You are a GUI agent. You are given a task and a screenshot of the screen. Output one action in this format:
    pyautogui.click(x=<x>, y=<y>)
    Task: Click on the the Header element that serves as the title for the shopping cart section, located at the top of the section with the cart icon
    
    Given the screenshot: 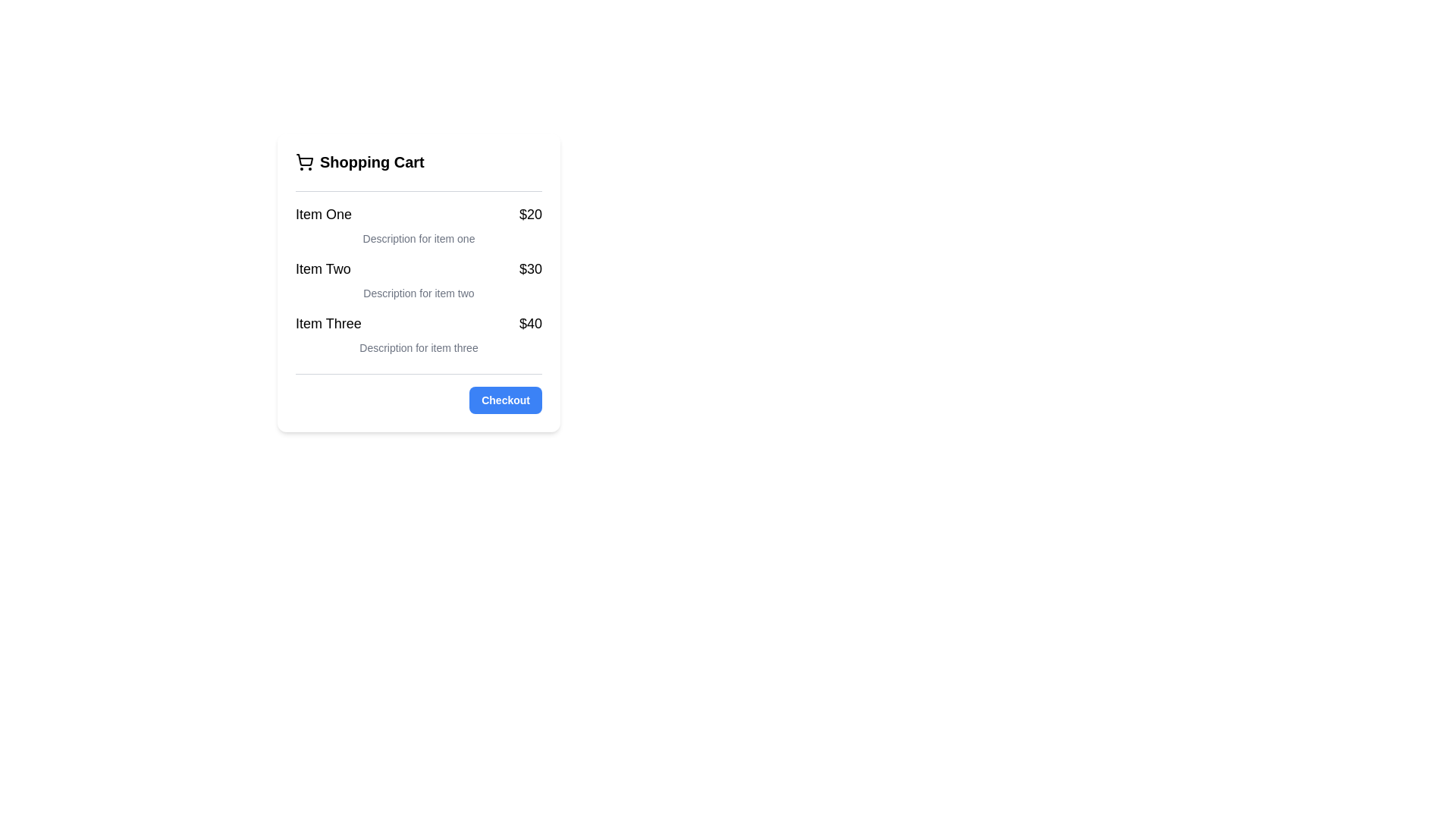 What is the action you would take?
    pyautogui.click(x=419, y=162)
    